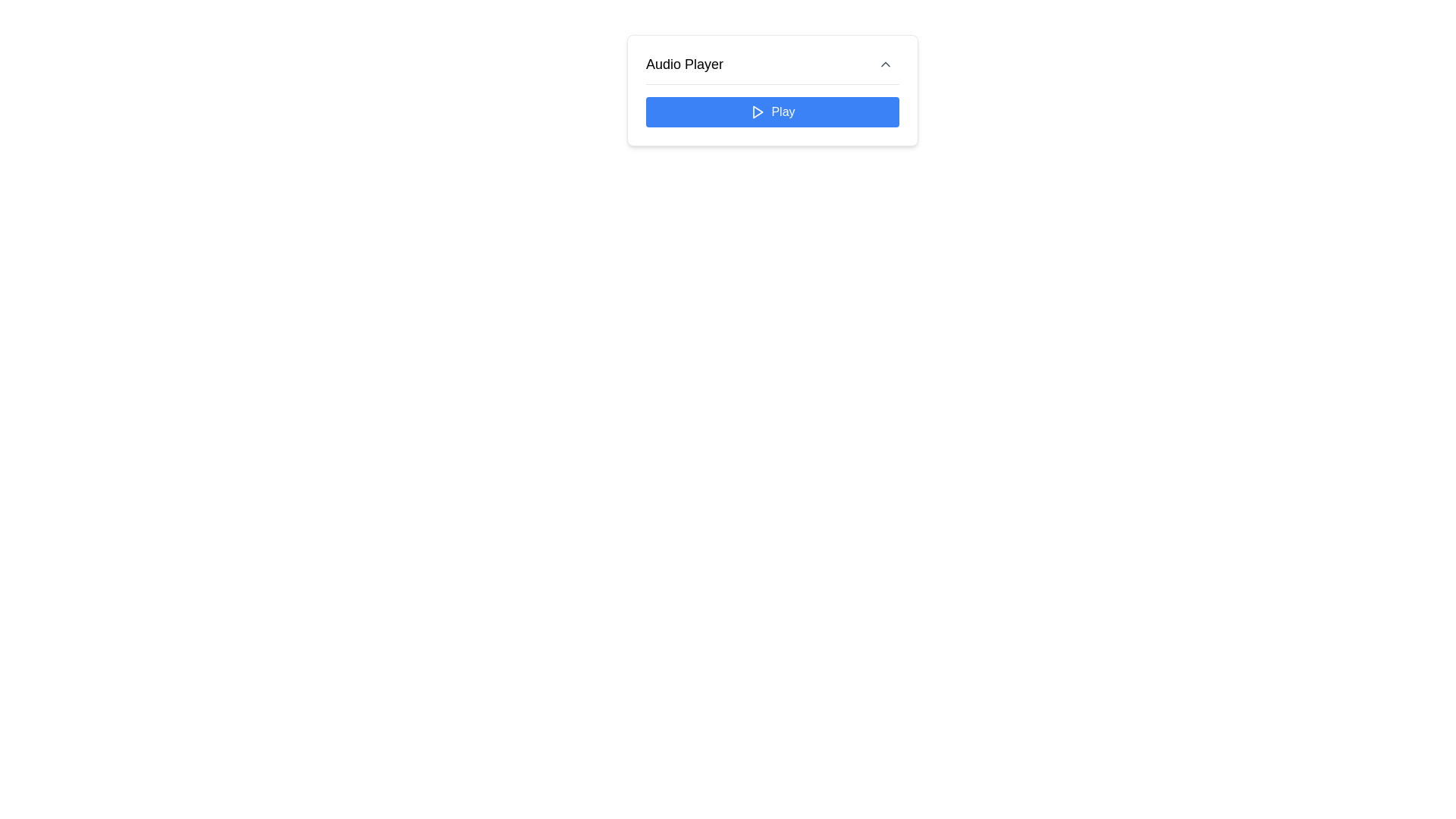 Image resolution: width=1456 pixels, height=819 pixels. I want to click on the small upward-facing chevron icon located in the top-right area of the 'Audio Player' card, so click(885, 63).